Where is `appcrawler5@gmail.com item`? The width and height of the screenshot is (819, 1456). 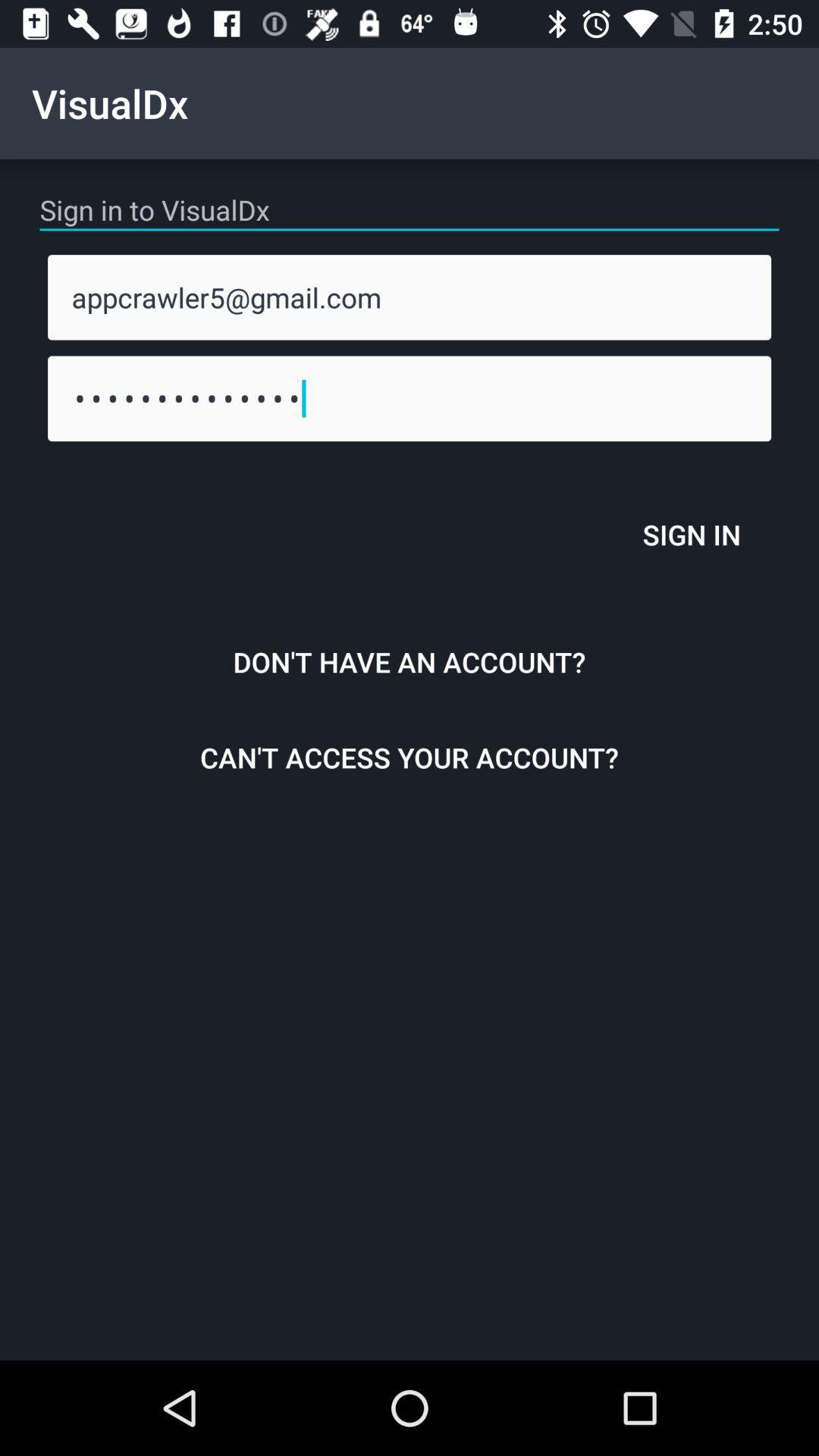
appcrawler5@gmail.com item is located at coordinates (409, 297).